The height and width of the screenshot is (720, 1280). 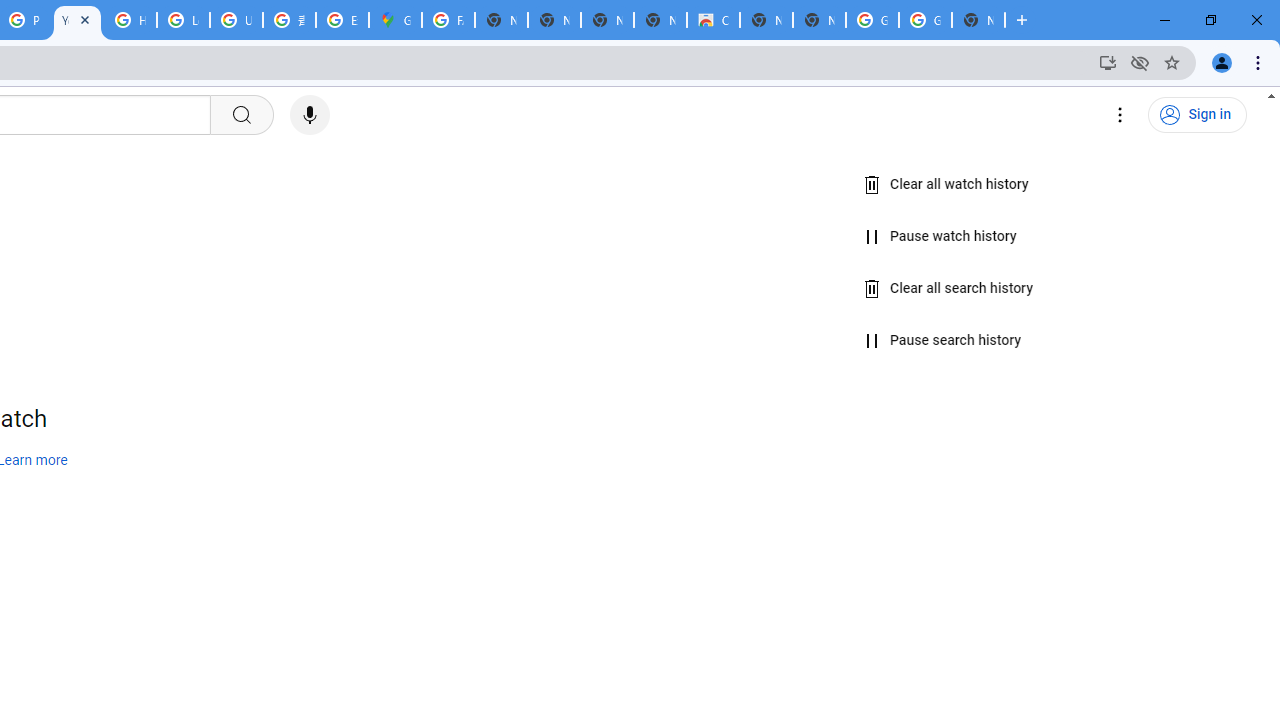 What do you see at coordinates (1139, 61) in the screenshot?
I see `'Third-party cookies blocked'` at bounding box center [1139, 61].